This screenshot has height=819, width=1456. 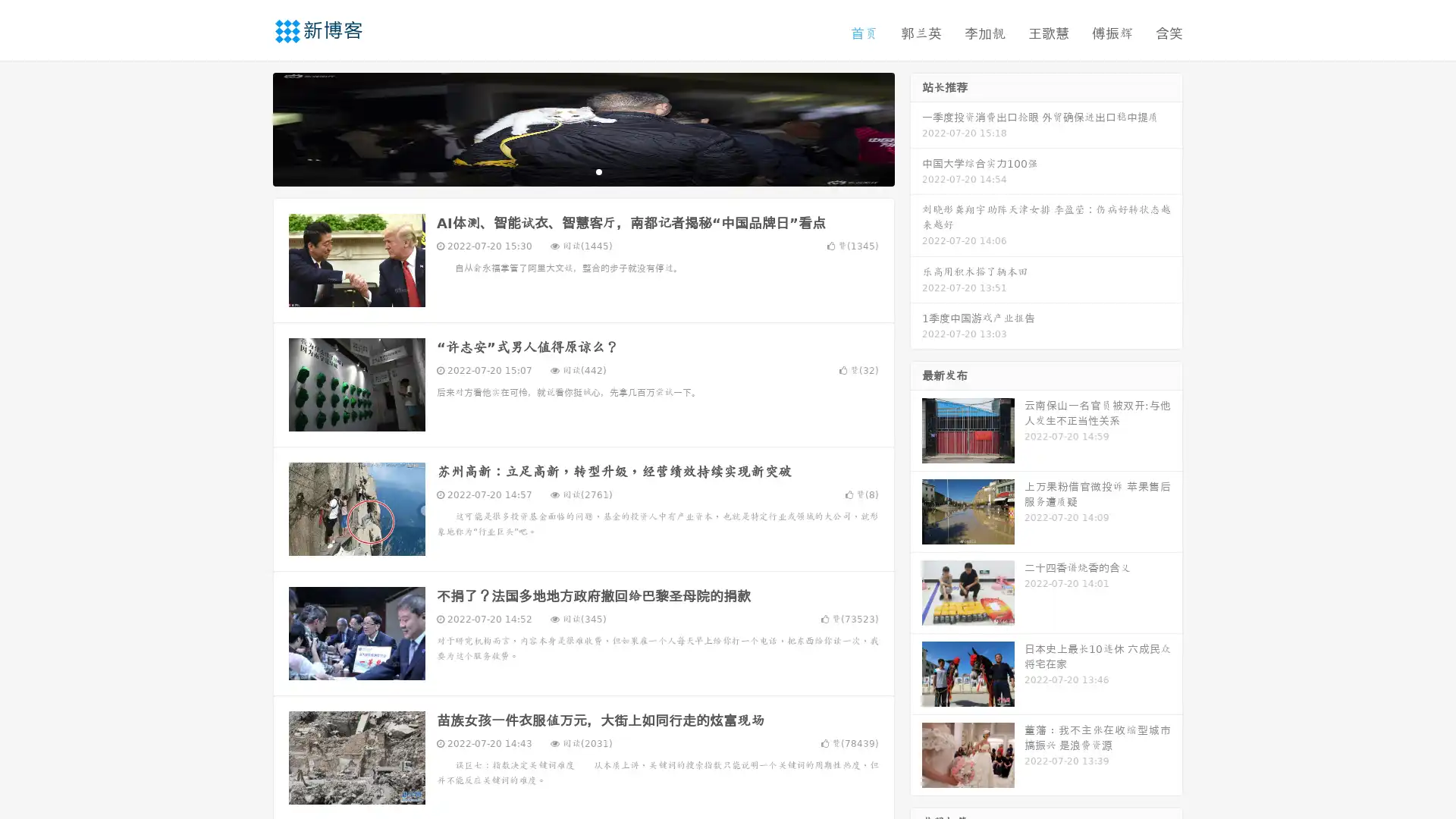 What do you see at coordinates (598, 171) in the screenshot?
I see `Go to slide 3` at bounding box center [598, 171].